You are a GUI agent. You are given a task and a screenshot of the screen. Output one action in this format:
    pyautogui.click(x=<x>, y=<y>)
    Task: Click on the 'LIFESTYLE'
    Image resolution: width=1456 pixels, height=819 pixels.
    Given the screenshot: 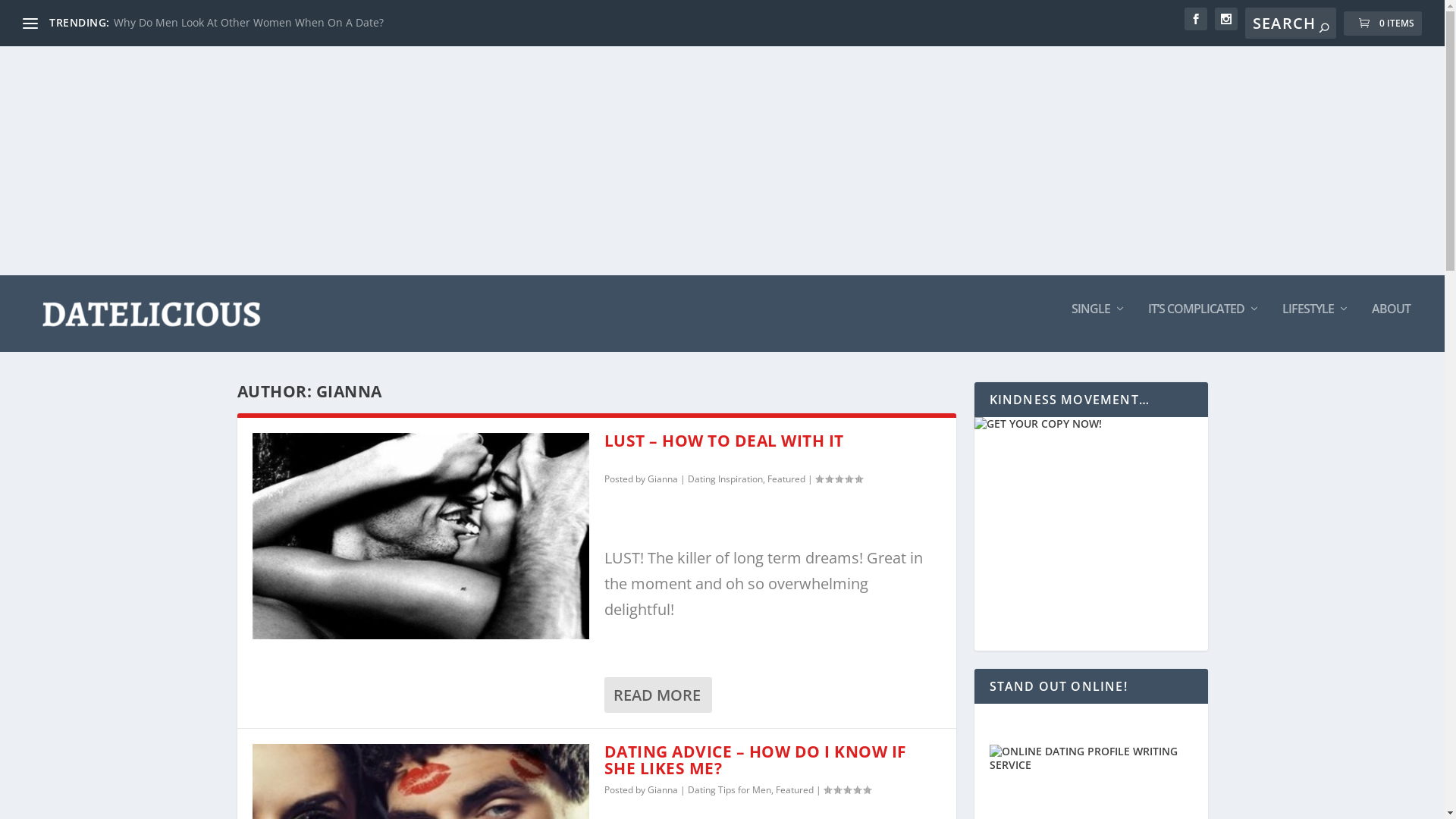 What is the action you would take?
    pyautogui.click(x=1281, y=326)
    